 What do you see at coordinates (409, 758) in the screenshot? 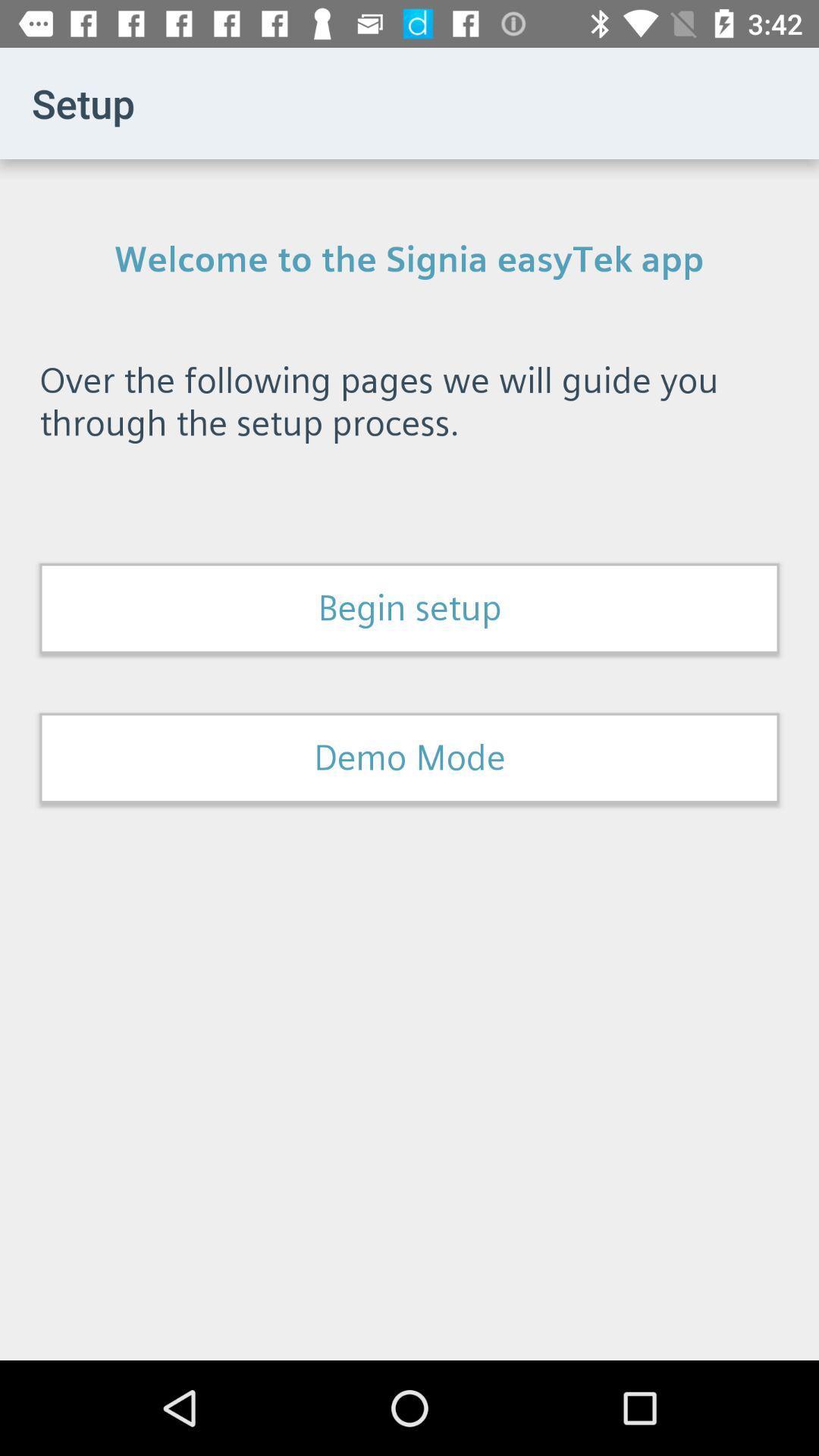
I see `the item below the begin setup icon` at bounding box center [409, 758].